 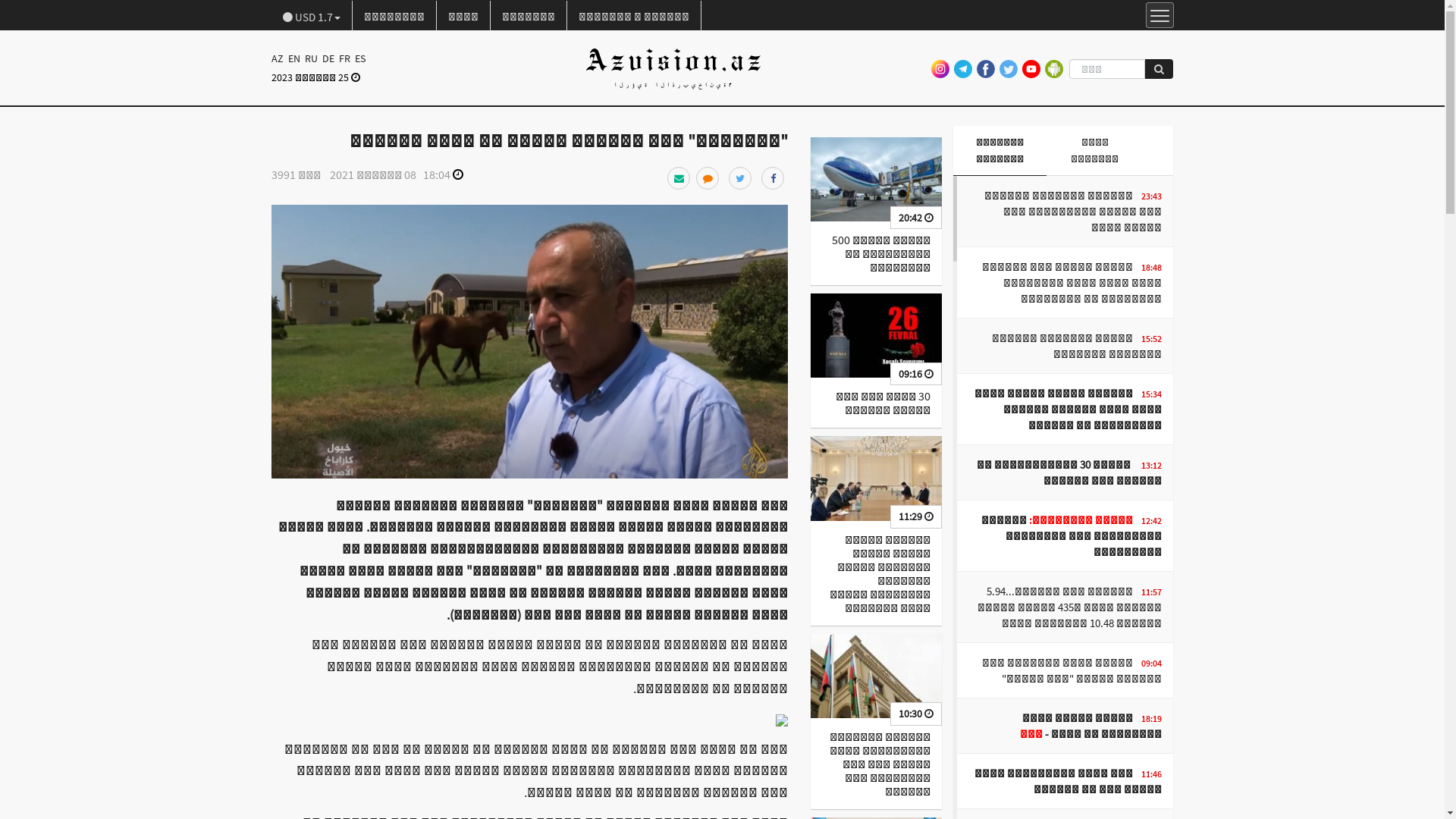 I want to click on 'EN', so click(x=284, y=58).